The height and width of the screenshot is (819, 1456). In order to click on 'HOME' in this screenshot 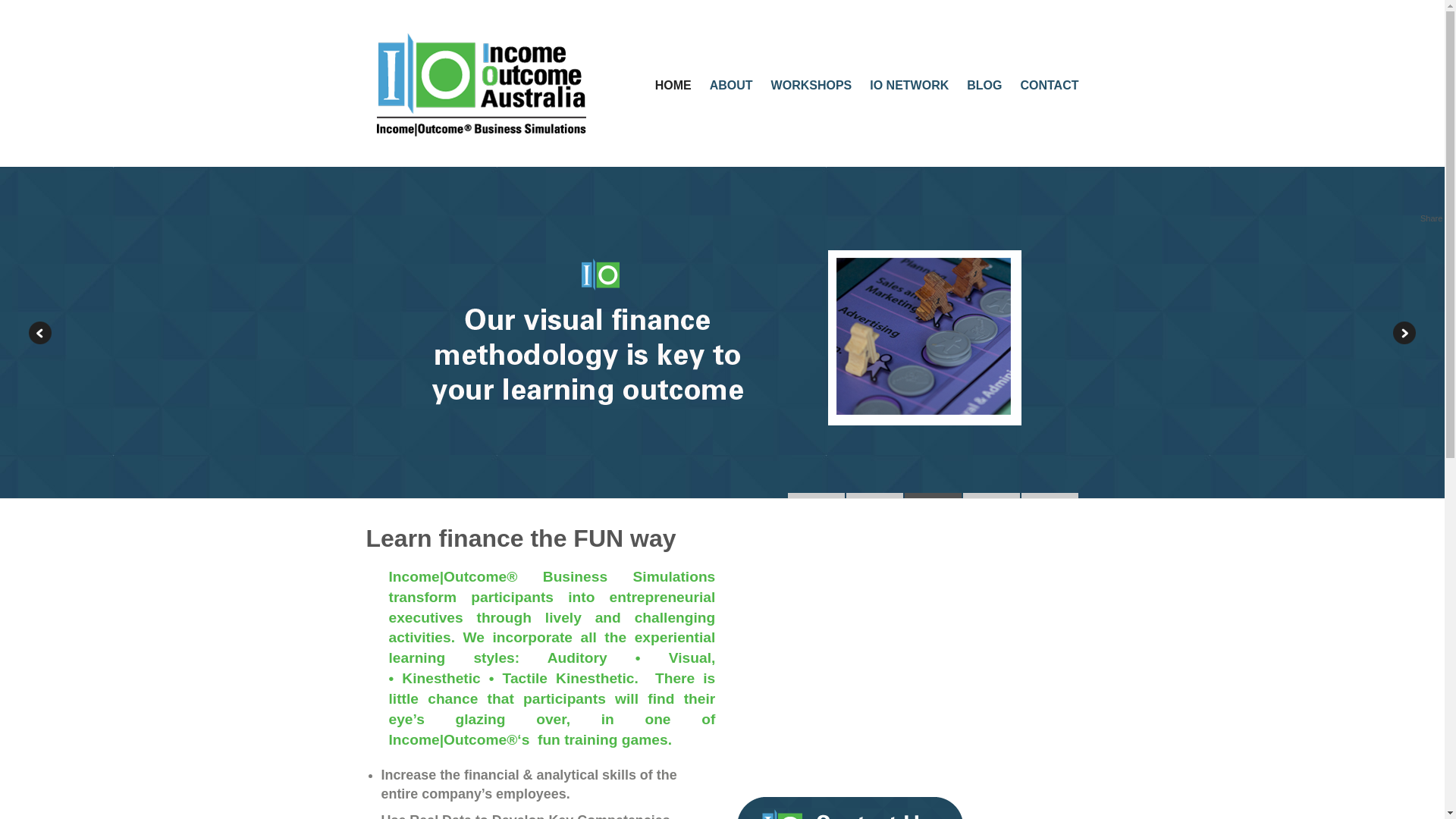, I will do `click(673, 85)`.